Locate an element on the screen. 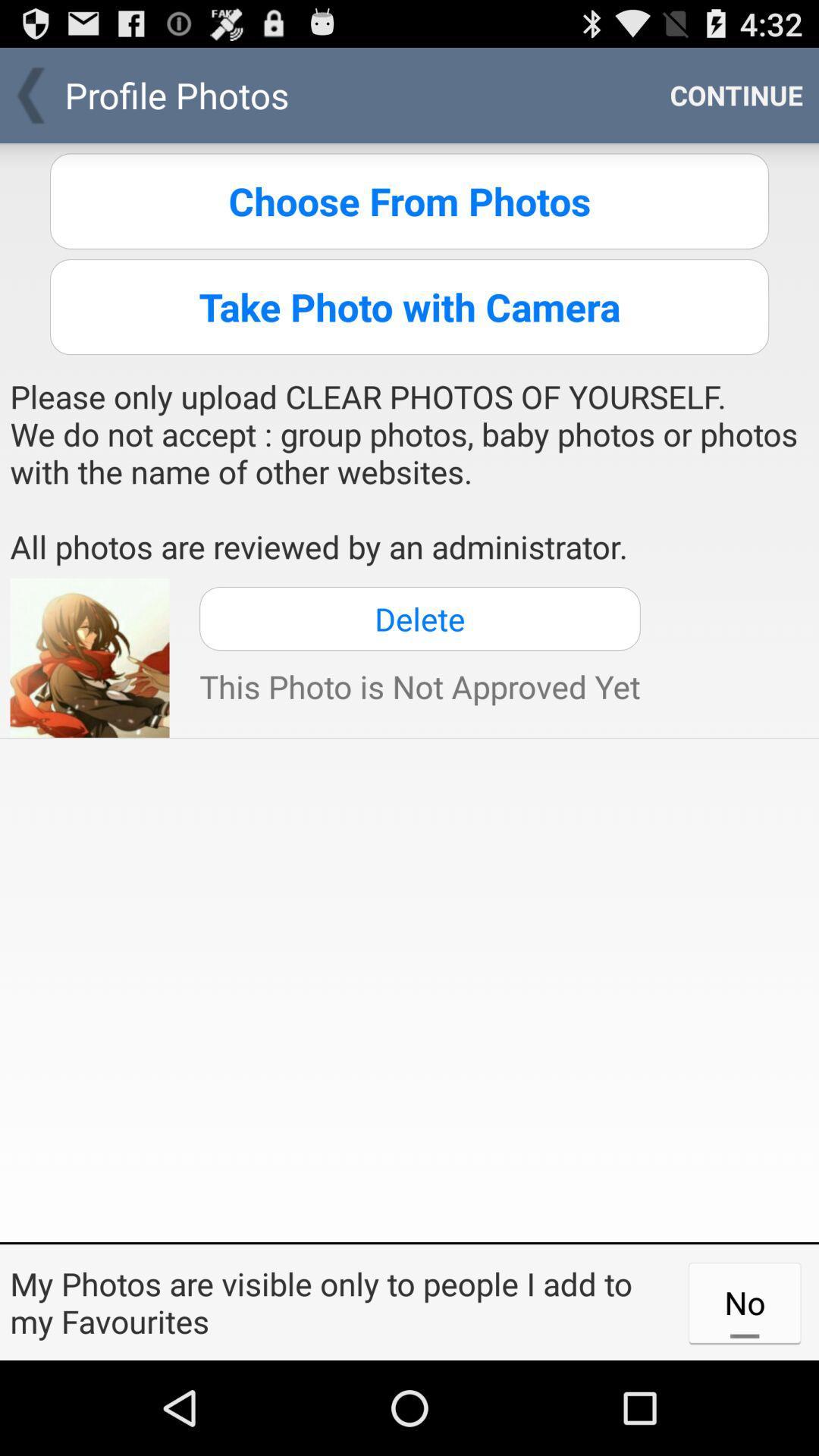 This screenshot has width=819, height=1456. app to the right of my photos are item is located at coordinates (744, 1301).